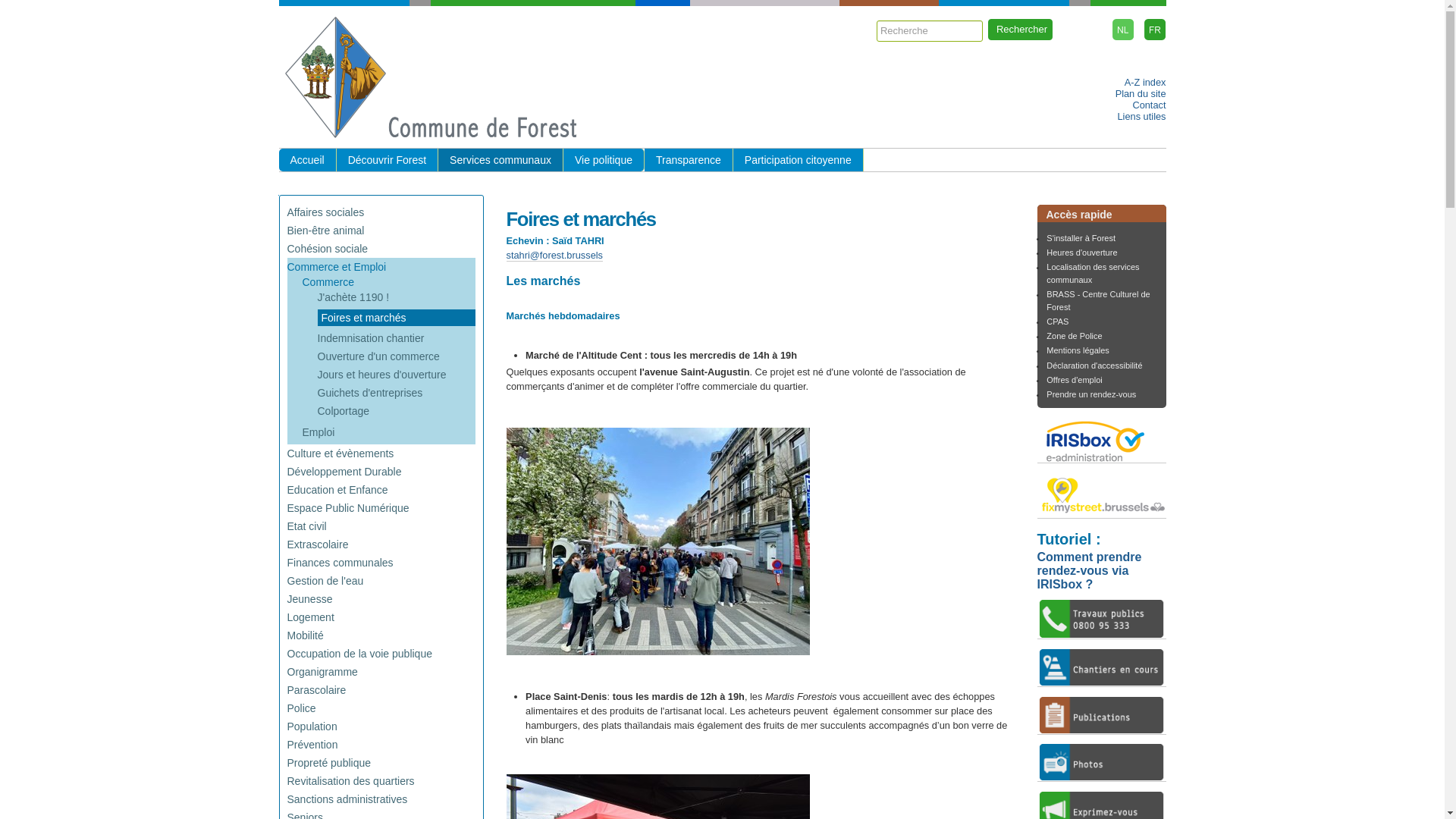 The image size is (1456, 819). Describe the element at coordinates (1102, 494) in the screenshot. I see `'fixmystreet'` at that location.